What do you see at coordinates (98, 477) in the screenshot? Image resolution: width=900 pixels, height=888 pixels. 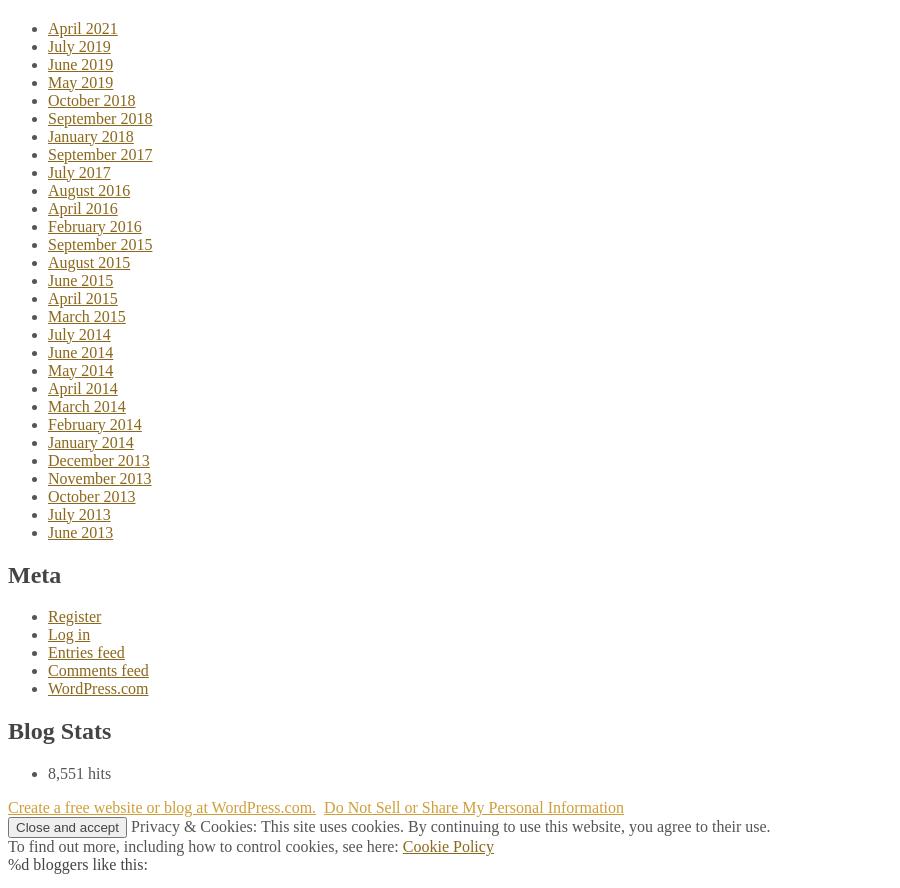 I see `'November 2013'` at bounding box center [98, 477].